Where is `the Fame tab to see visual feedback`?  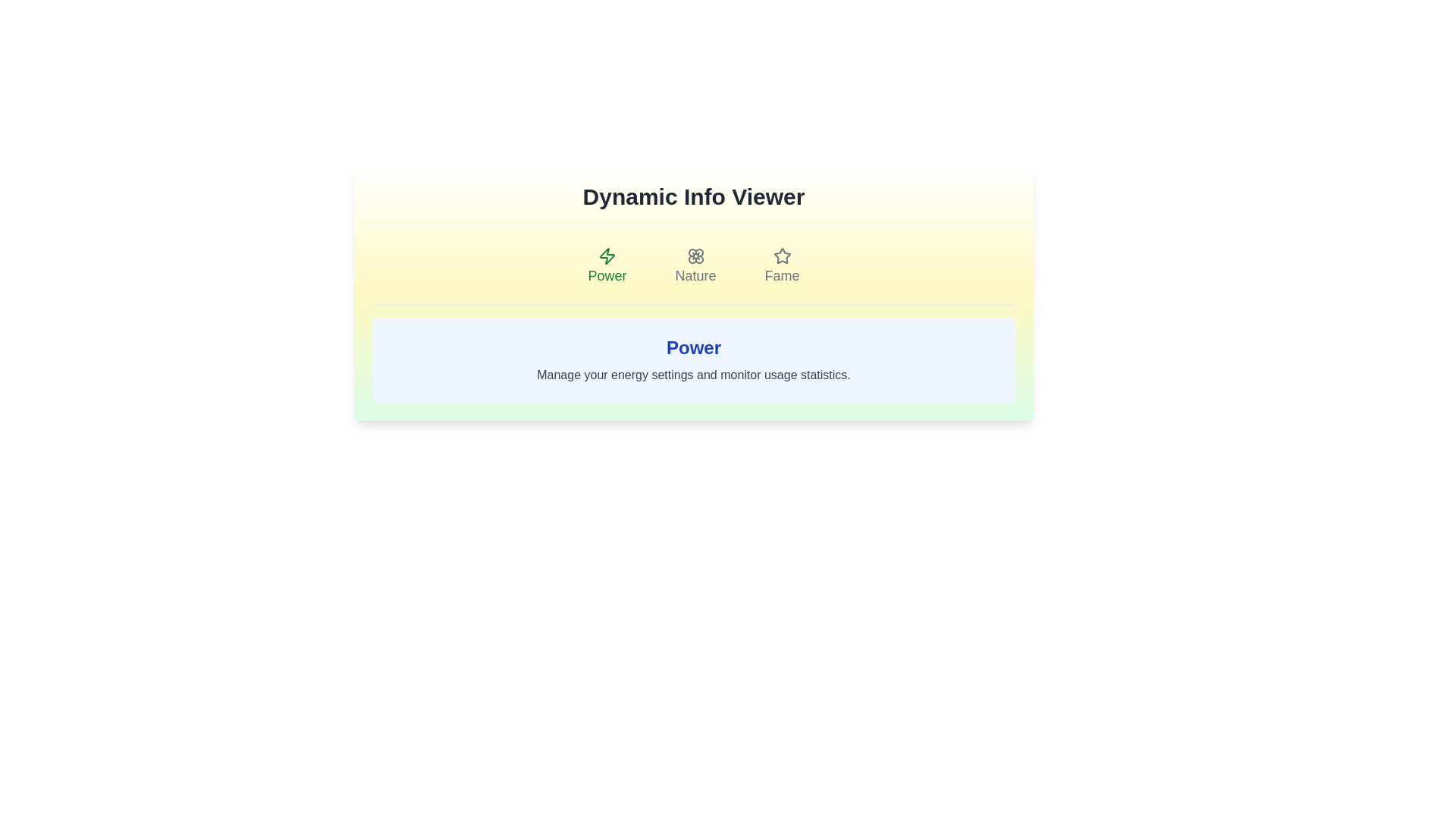
the Fame tab to see visual feedback is located at coordinates (782, 265).